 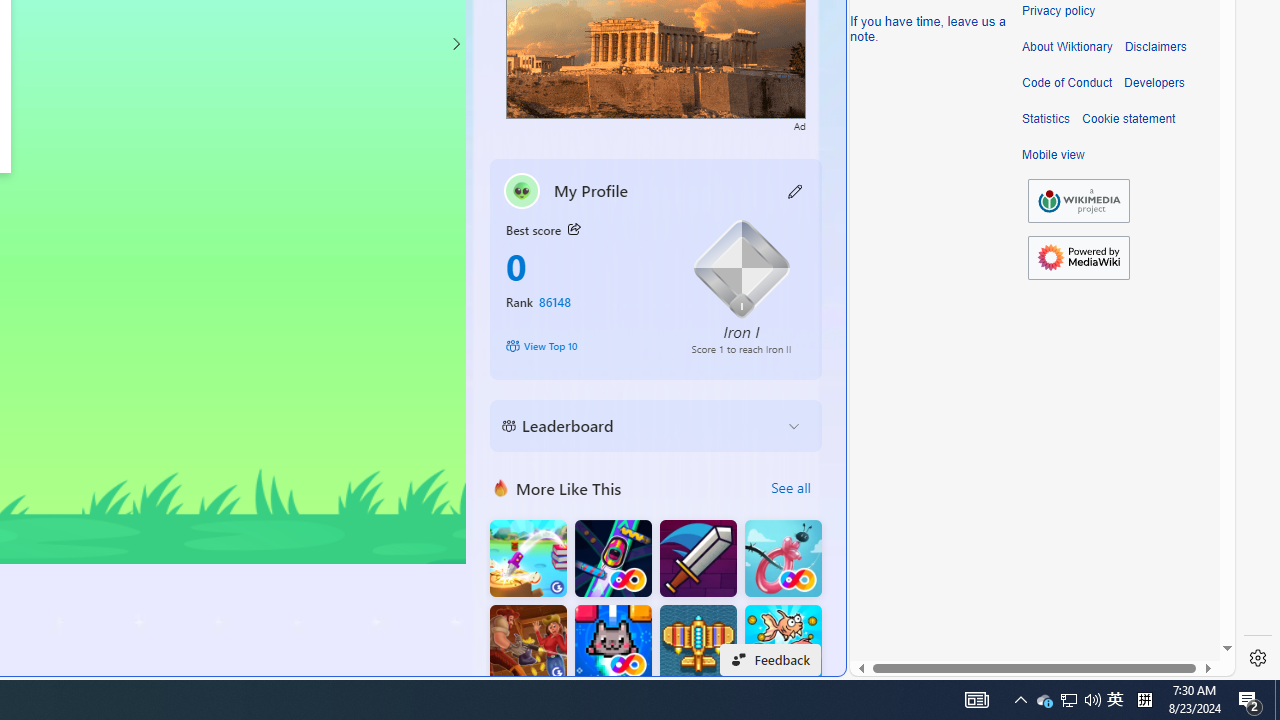 I want to click on 'See all', so click(x=790, y=488).